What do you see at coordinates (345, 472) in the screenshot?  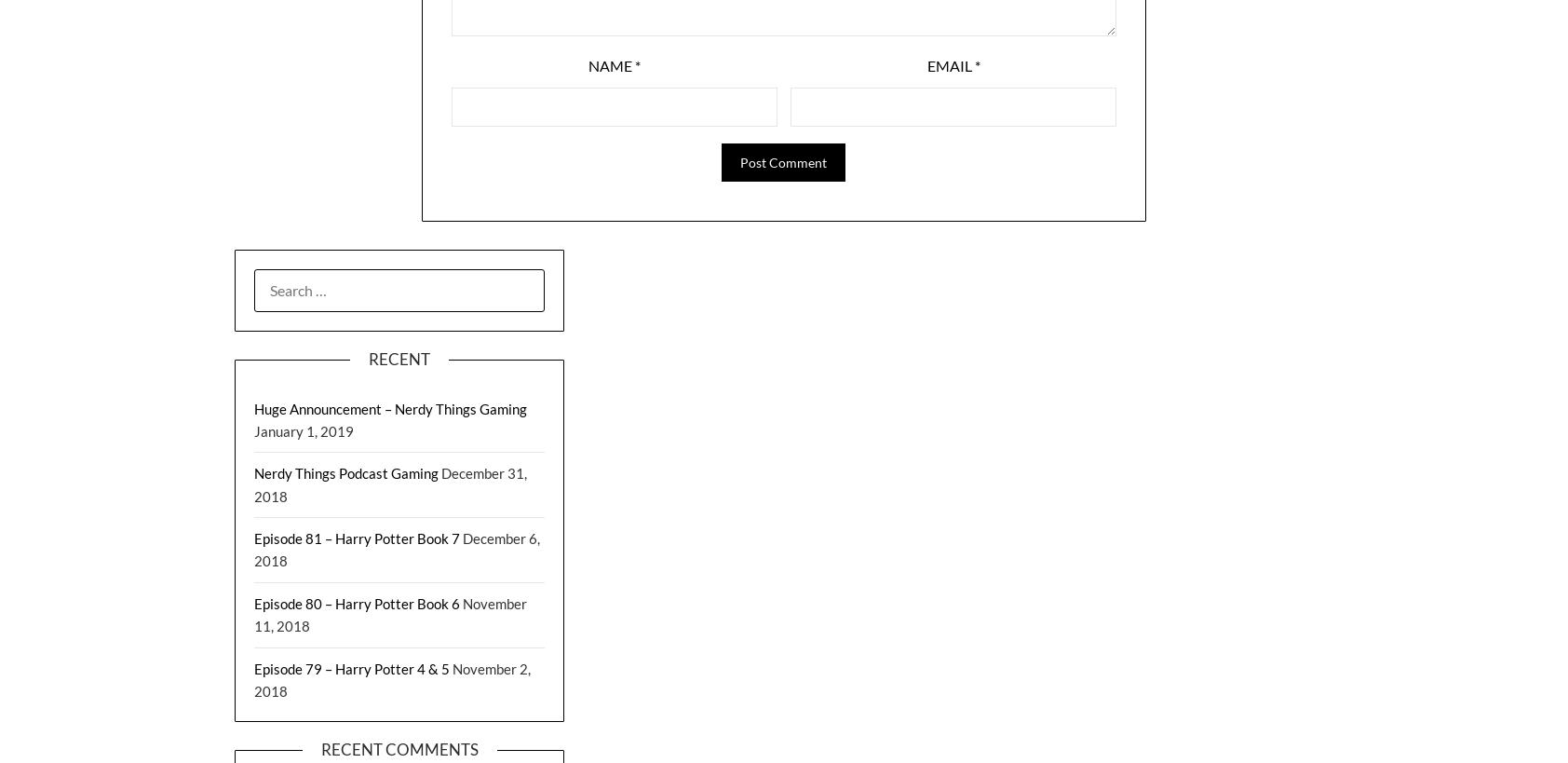 I see `'Nerdy Things Podcast Gaming'` at bounding box center [345, 472].